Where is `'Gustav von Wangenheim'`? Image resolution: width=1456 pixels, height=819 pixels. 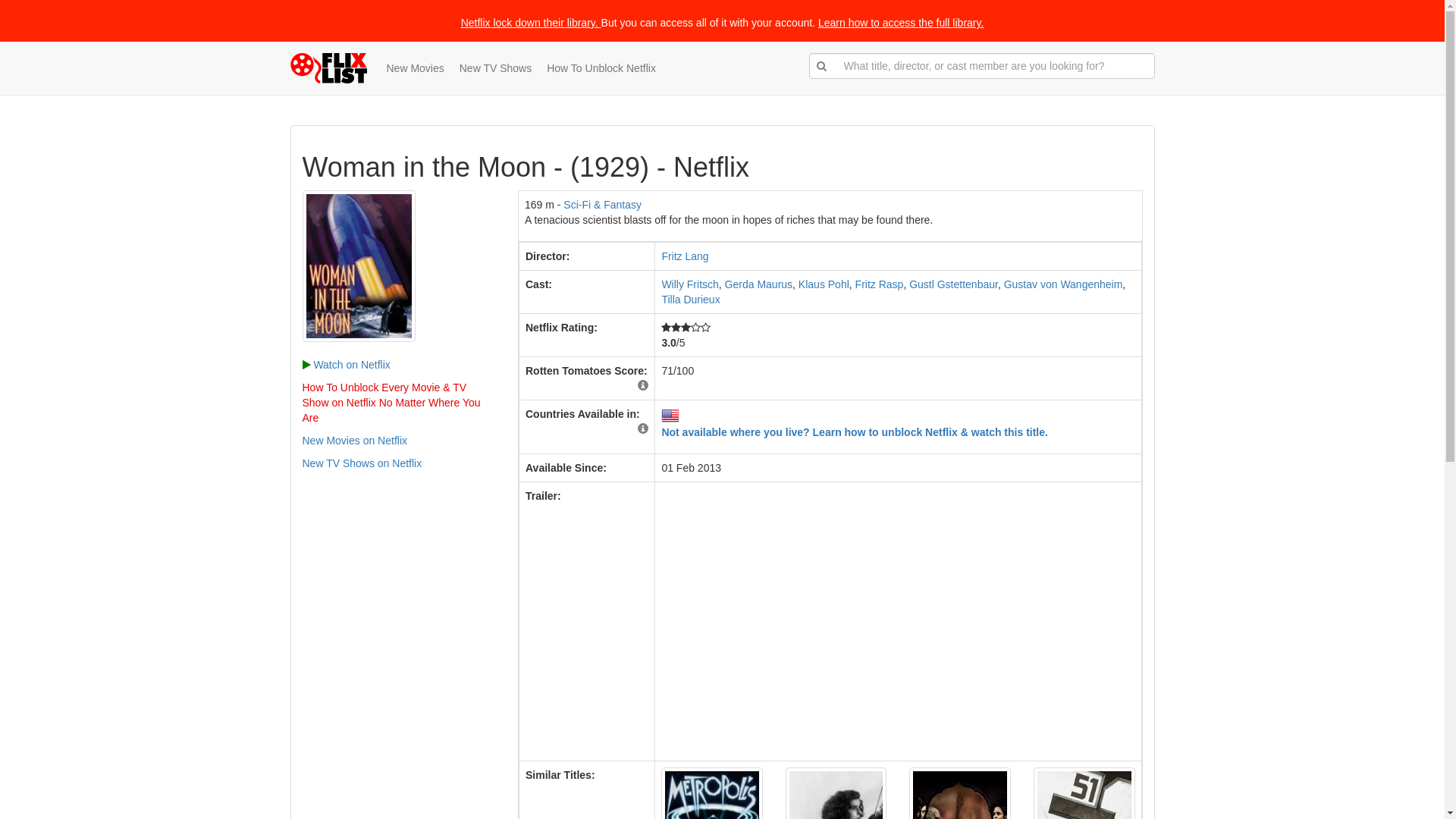
'Gustav von Wangenheim' is located at coordinates (1062, 284).